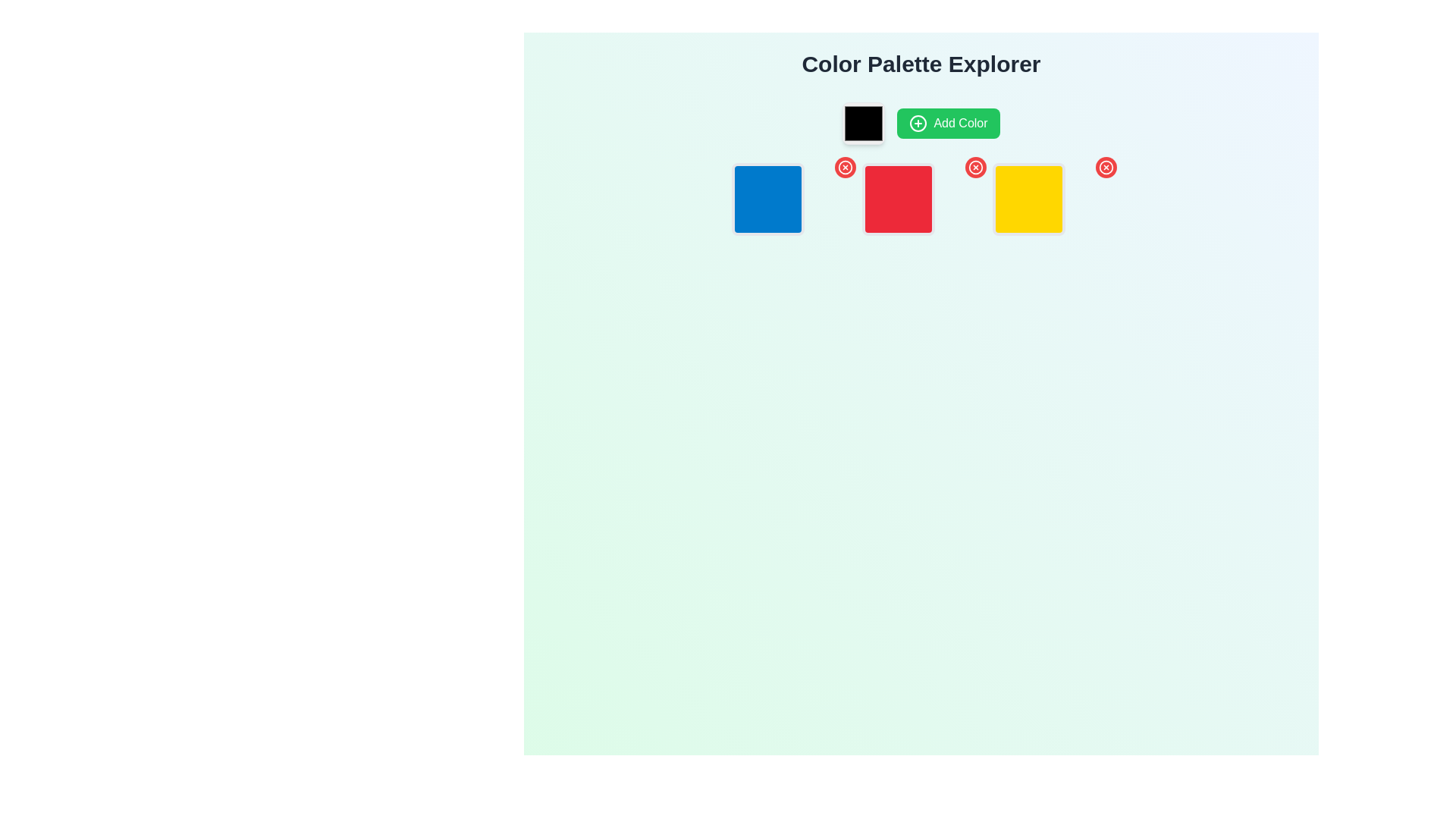 This screenshot has height=819, width=1456. I want to click on the icon inside the 'Add Color' button, so click(918, 122).